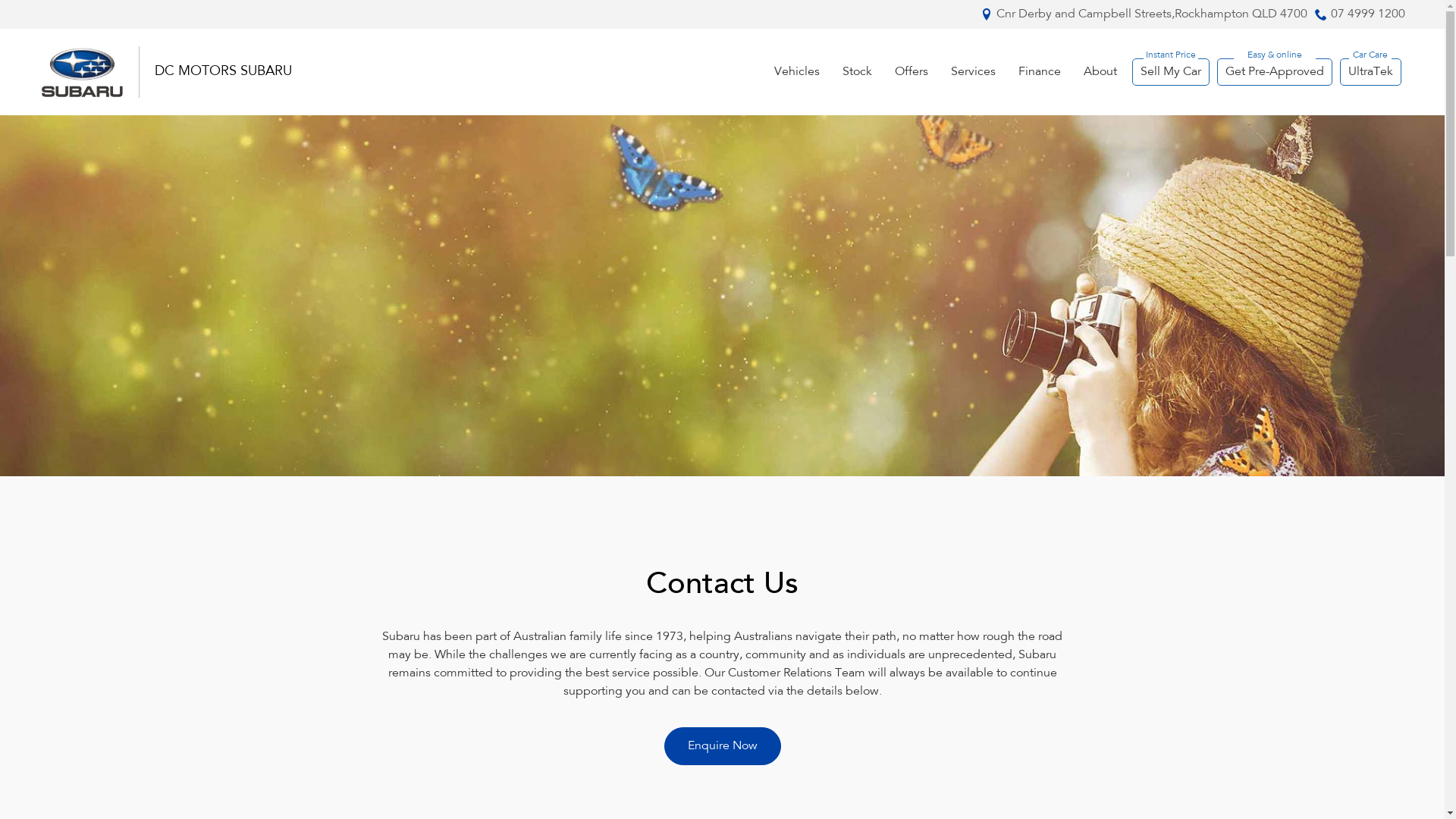 This screenshot has width=1456, height=819. I want to click on 'Vehicles', so click(796, 72).